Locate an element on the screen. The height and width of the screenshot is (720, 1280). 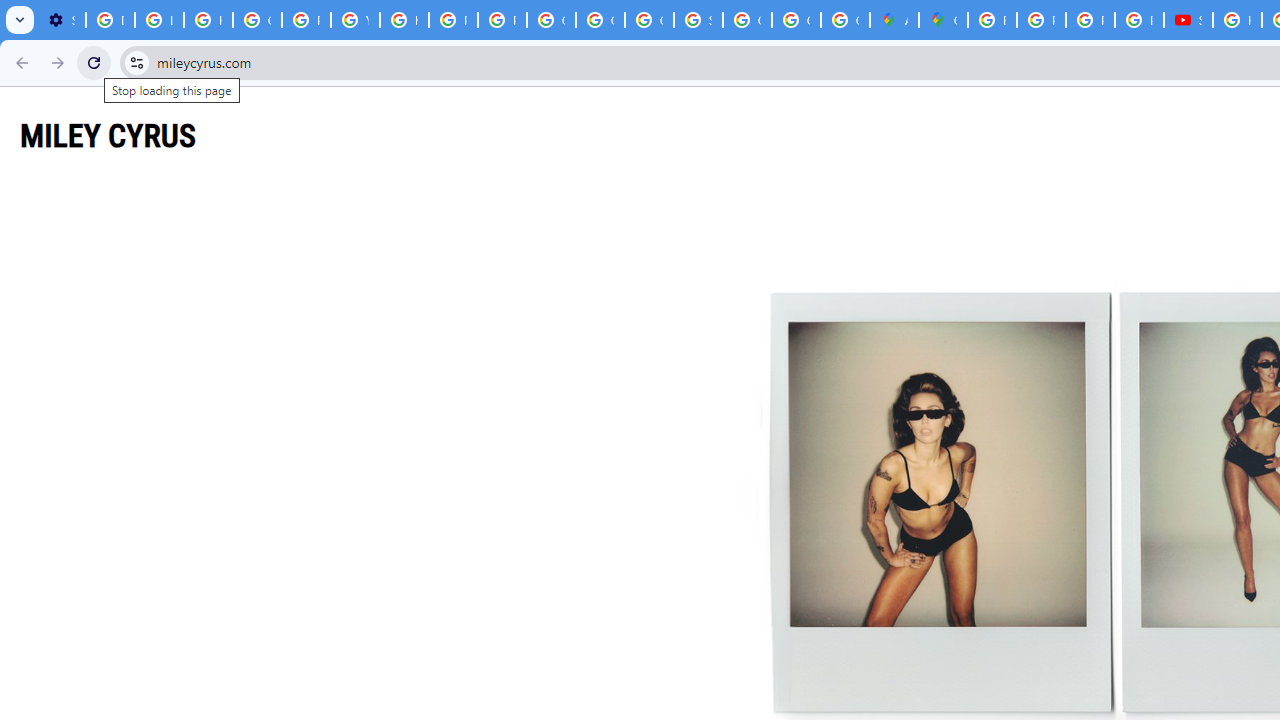
'Settings - Customize profile' is located at coordinates (61, 20).